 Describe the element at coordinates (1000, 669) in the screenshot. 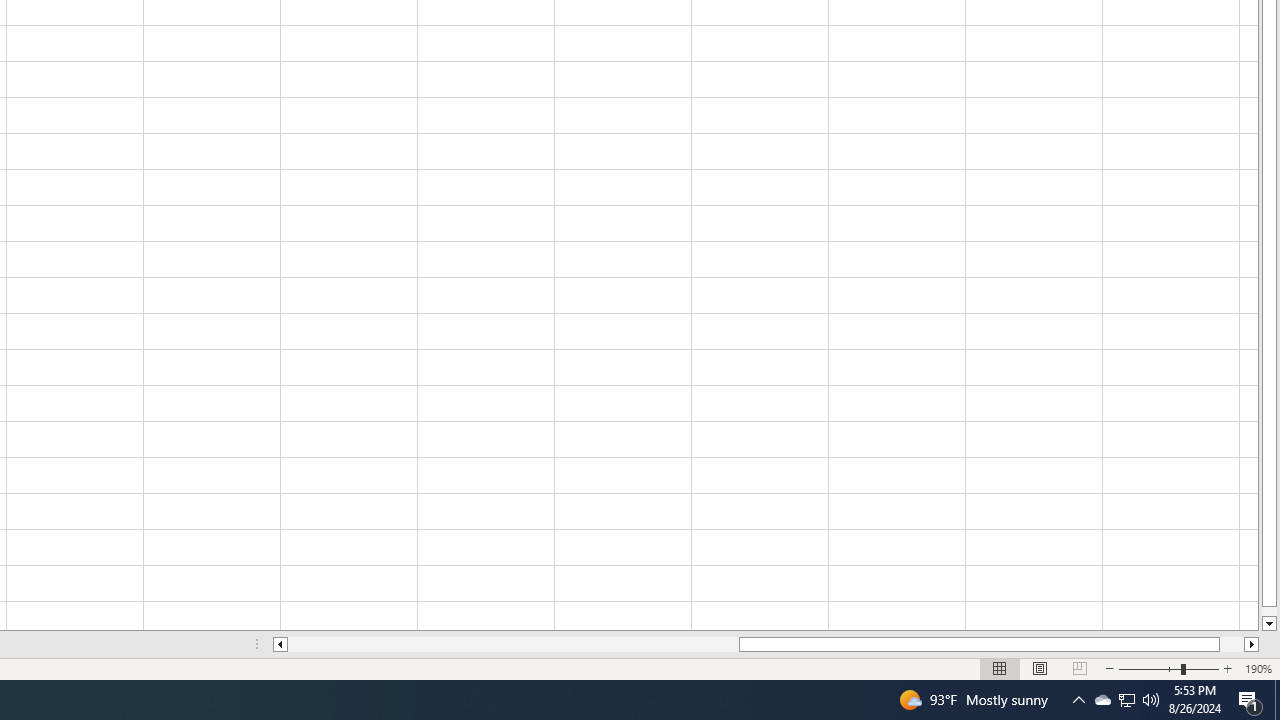

I see `'Normal'` at that location.